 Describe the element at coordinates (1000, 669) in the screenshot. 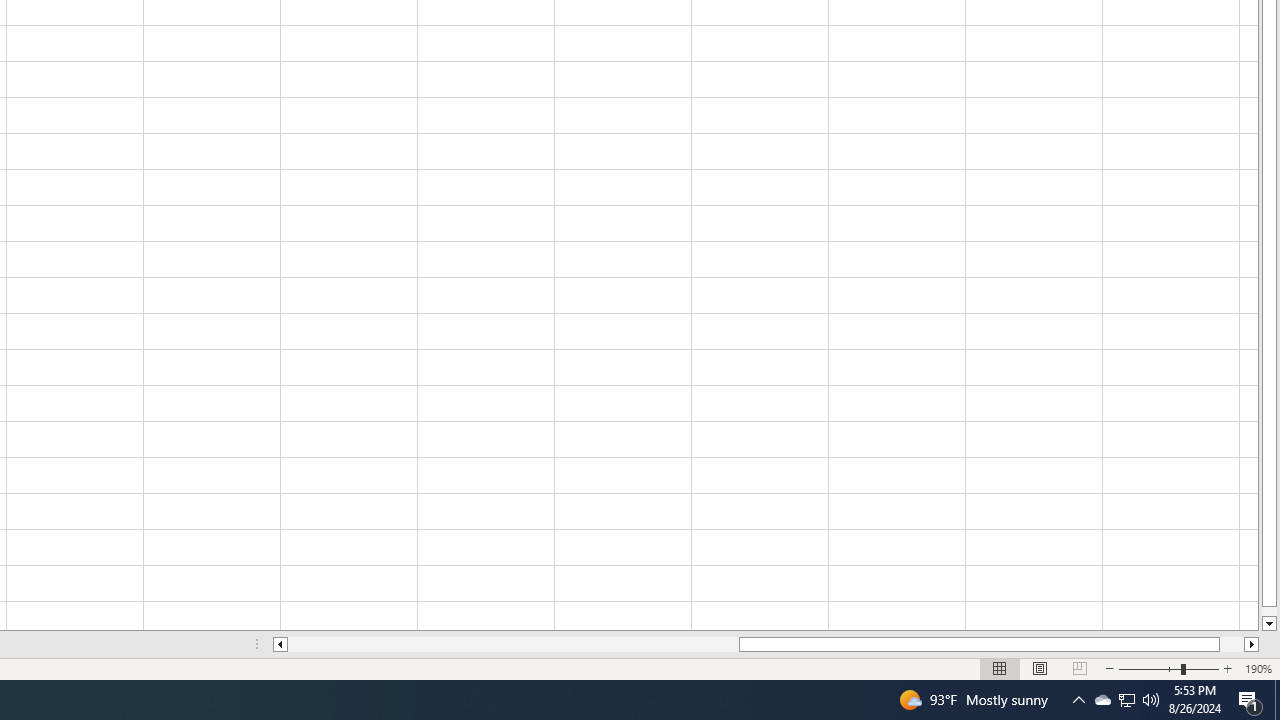

I see `'Normal'` at that location.